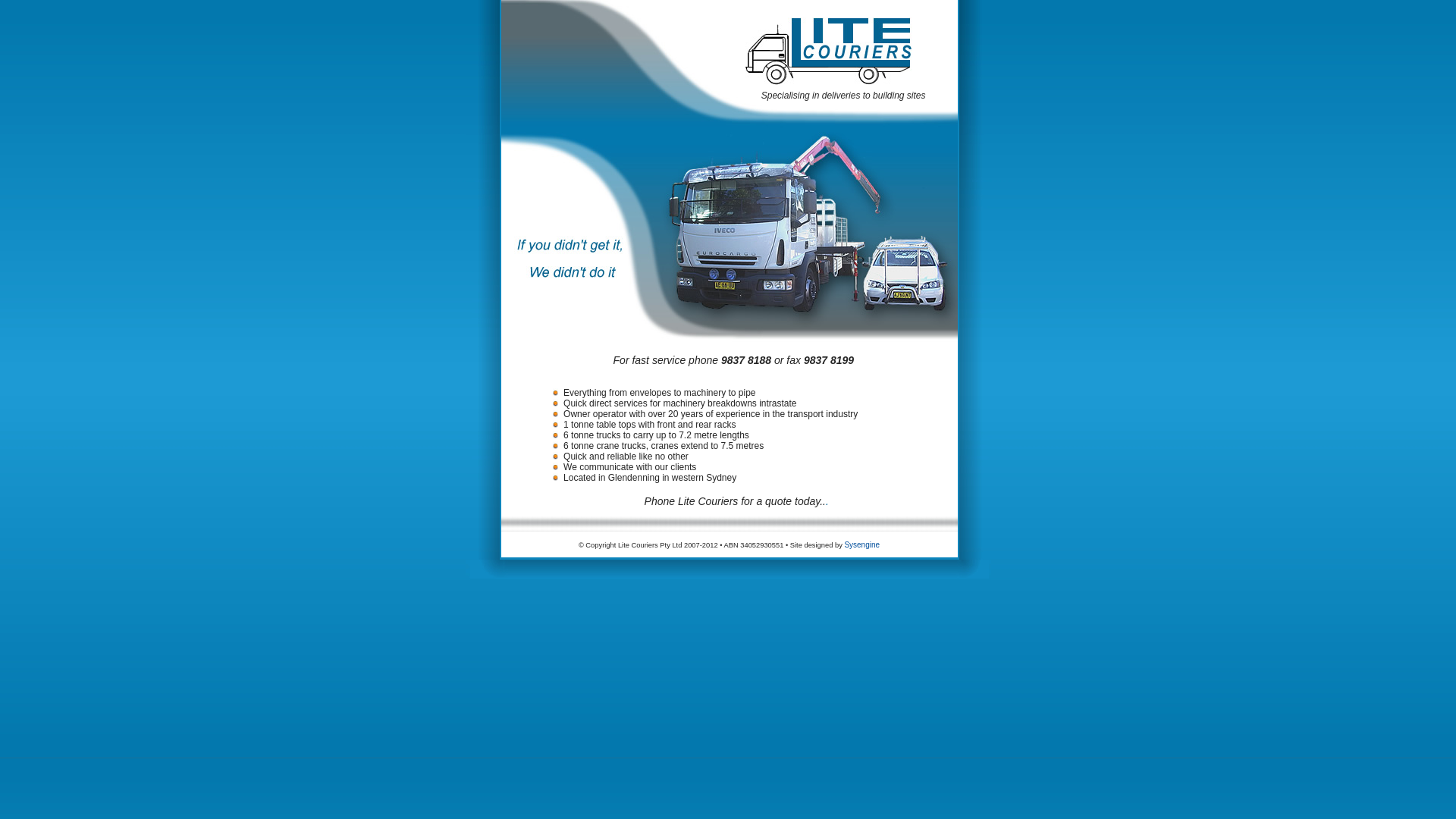  What do you see at coordinates (861, 543) in the screenshot?
I see `'Sysengine'` at bounding box center [861, 543].